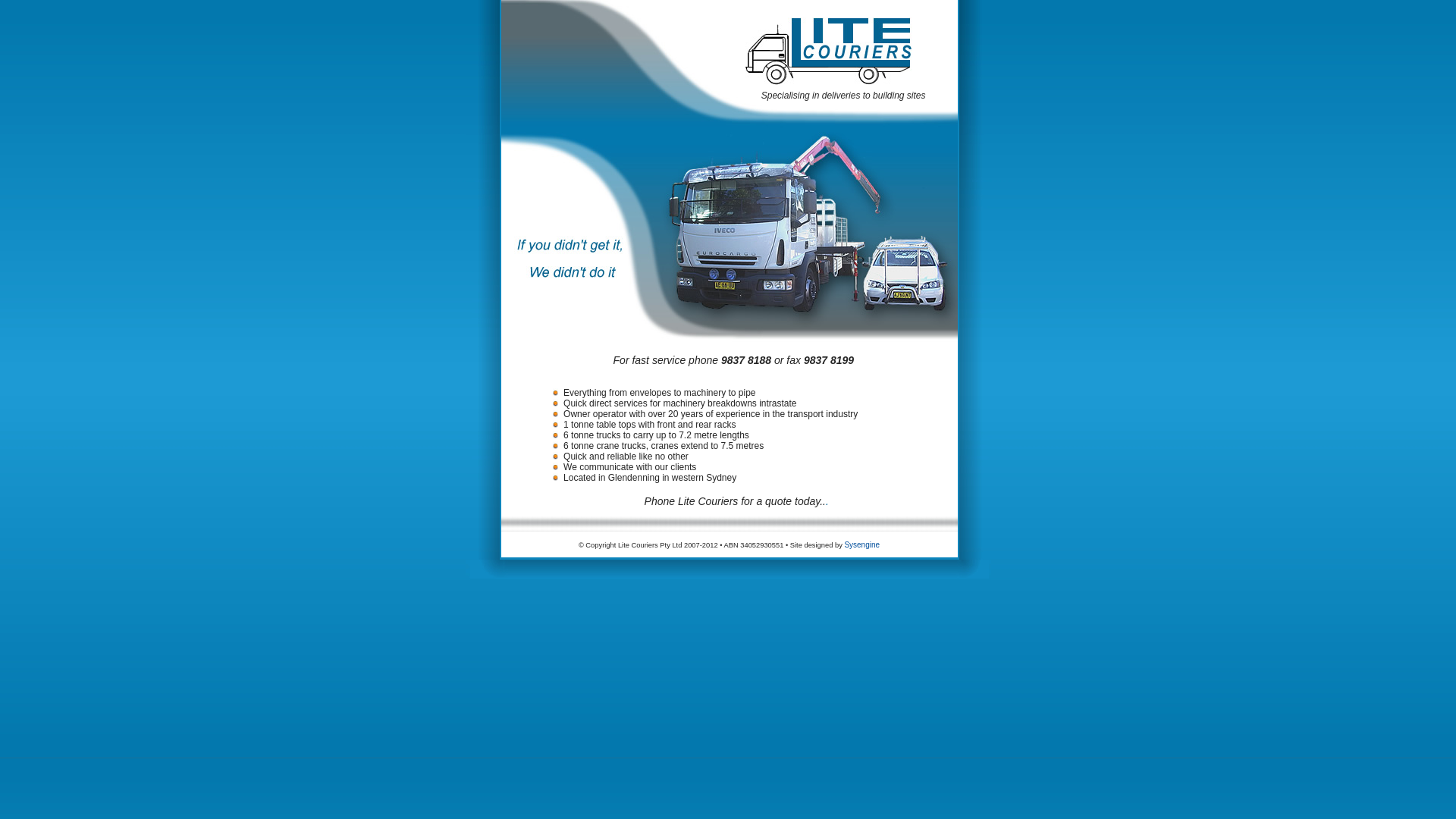  What do you see at coordinates (861, 543) in the screenshot?
I see `'Sysengine'` at bounding box center [861, 543].